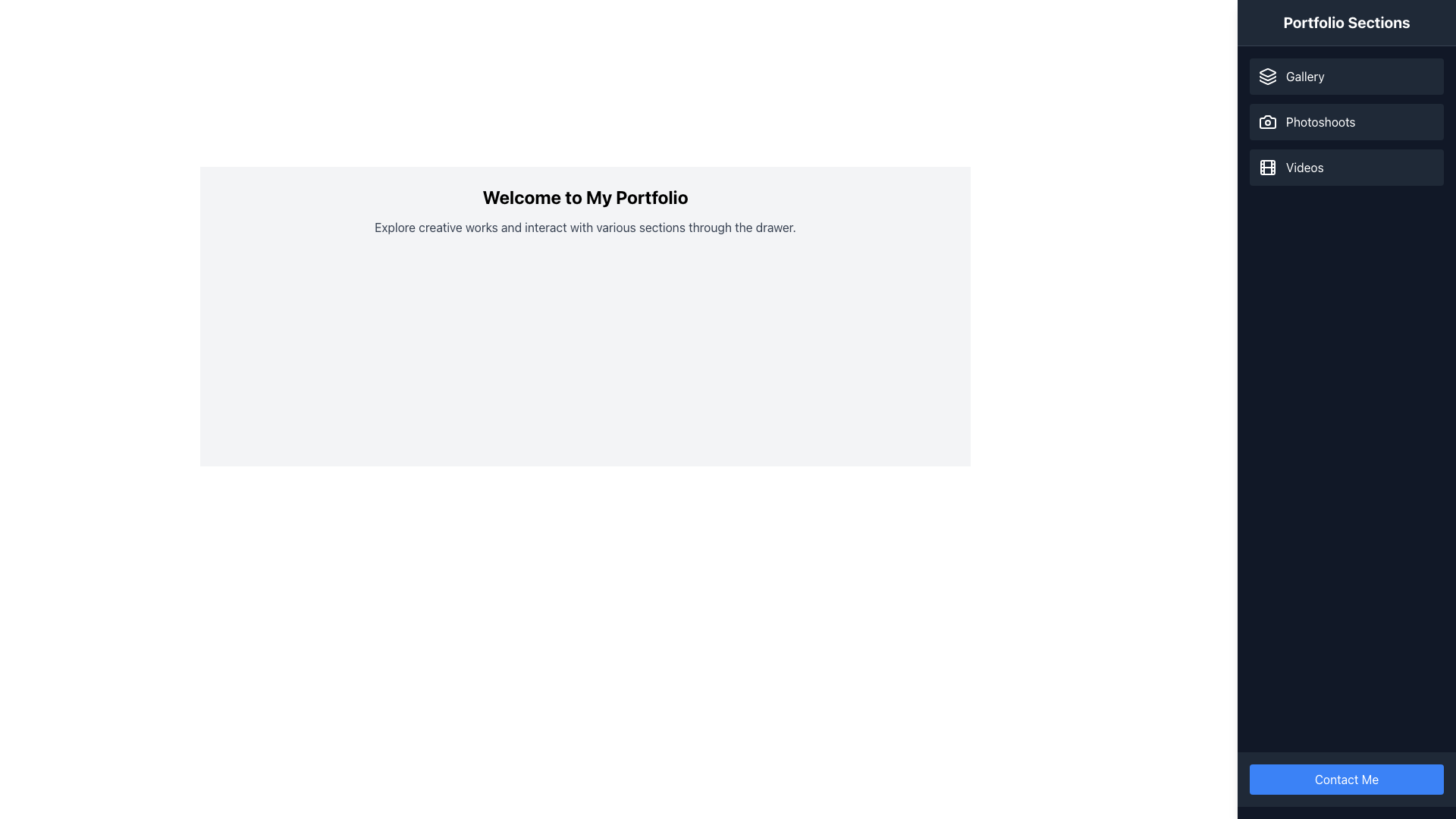 This screenshot has height=819, width=1456. Describe the element at coordinates (1267, 121) in the screenshot. I see `the camera icon located within the 'Photoshoots' button on the right side of the interface, which has a rounded rectangle frame and a circular lens` at that location.